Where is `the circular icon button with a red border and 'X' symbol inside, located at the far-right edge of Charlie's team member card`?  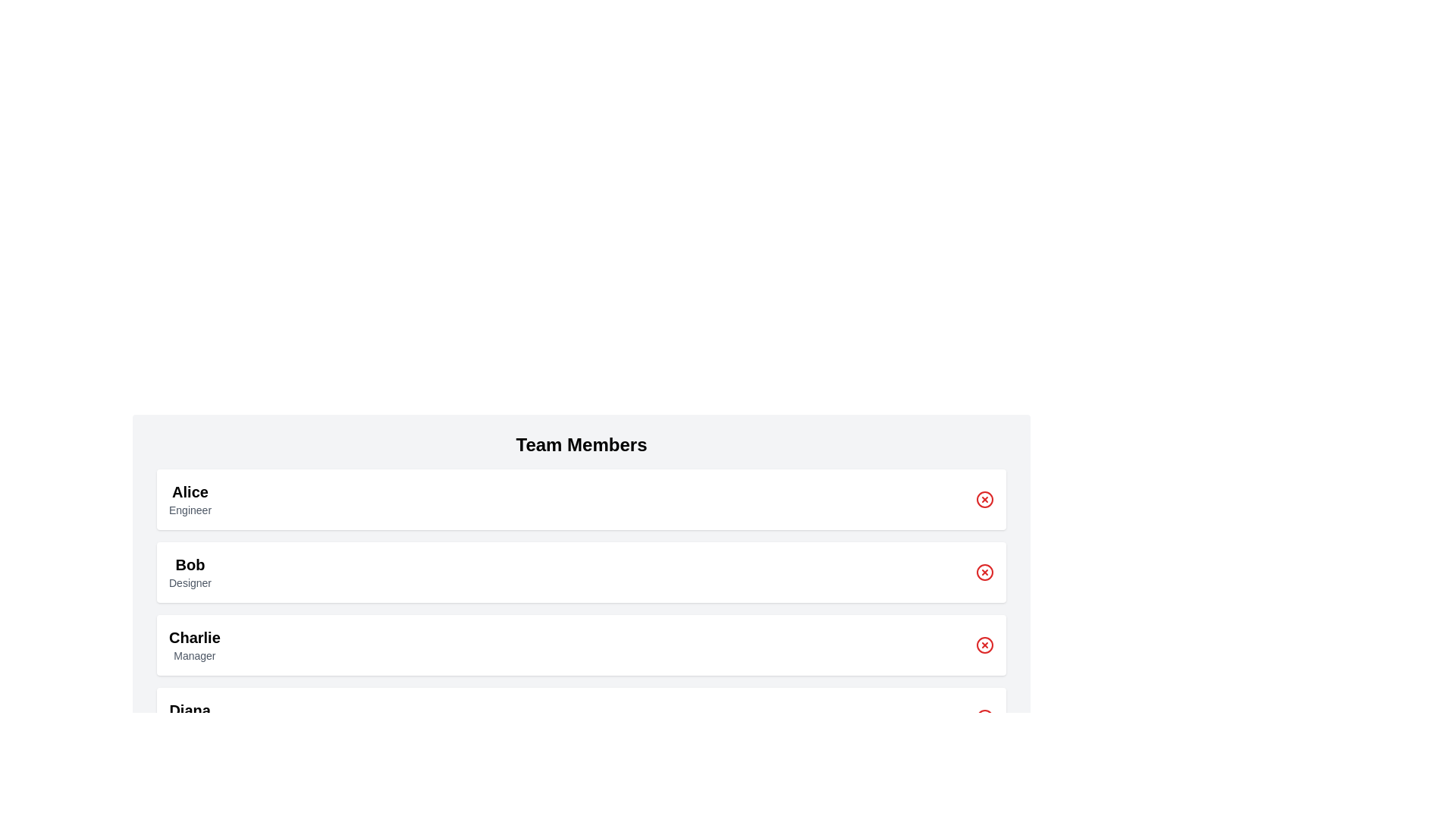 the circular icon button with a red border and 'X' symbol inside, located at the far-right edge of Charlie's team member card is located at coordinates (985, 645).